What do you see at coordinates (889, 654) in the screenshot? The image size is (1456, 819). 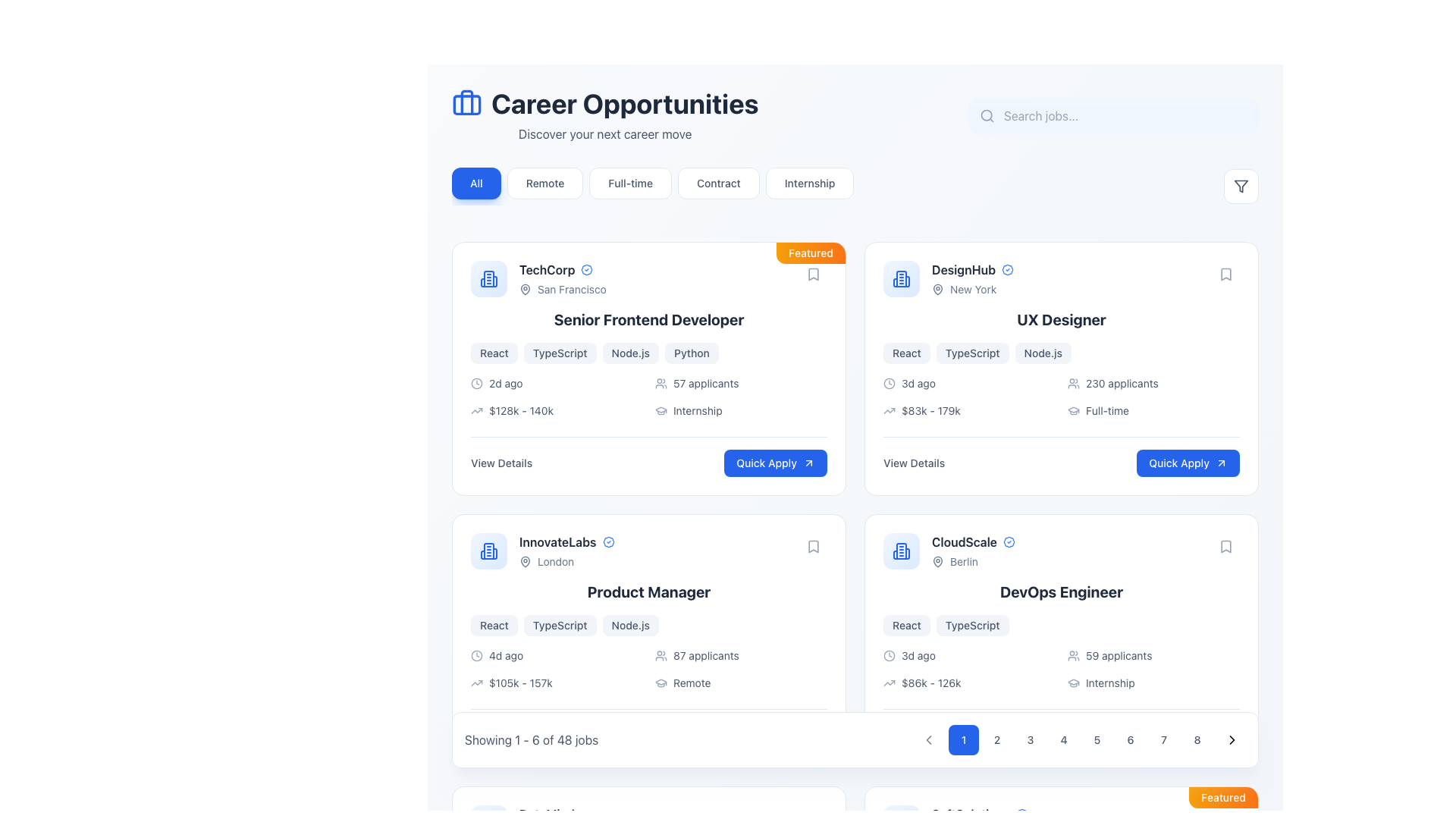 I see `second SVG Circle element within the clock component of the 'CloudScale' job card located near the bottom-right corner` at bounding box center [889, 654].